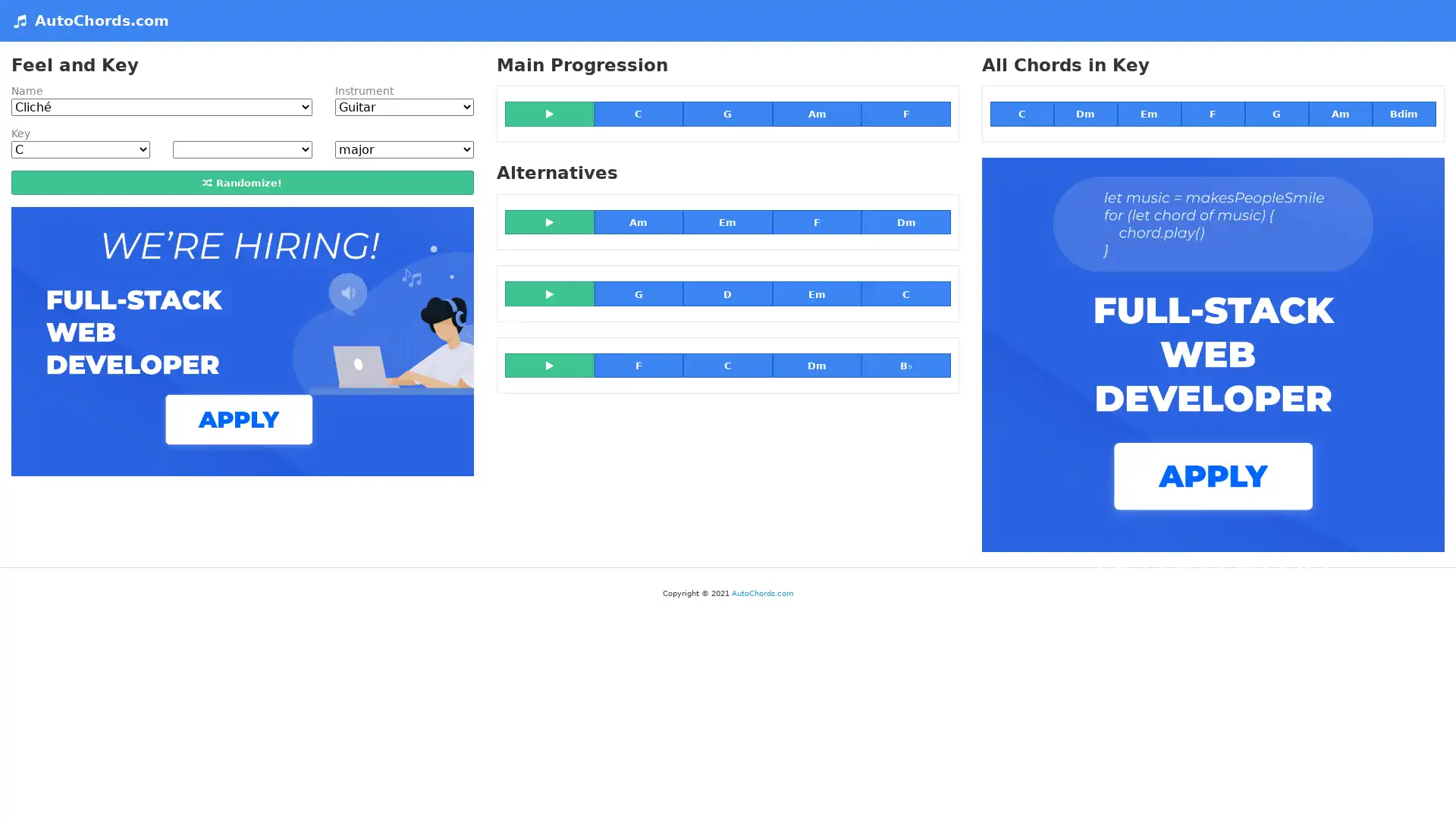 The height and width of the screenshot is (819, 1456). Describe the element at coordinates (638, 222) in the screenshot. I see `Am` at that location.